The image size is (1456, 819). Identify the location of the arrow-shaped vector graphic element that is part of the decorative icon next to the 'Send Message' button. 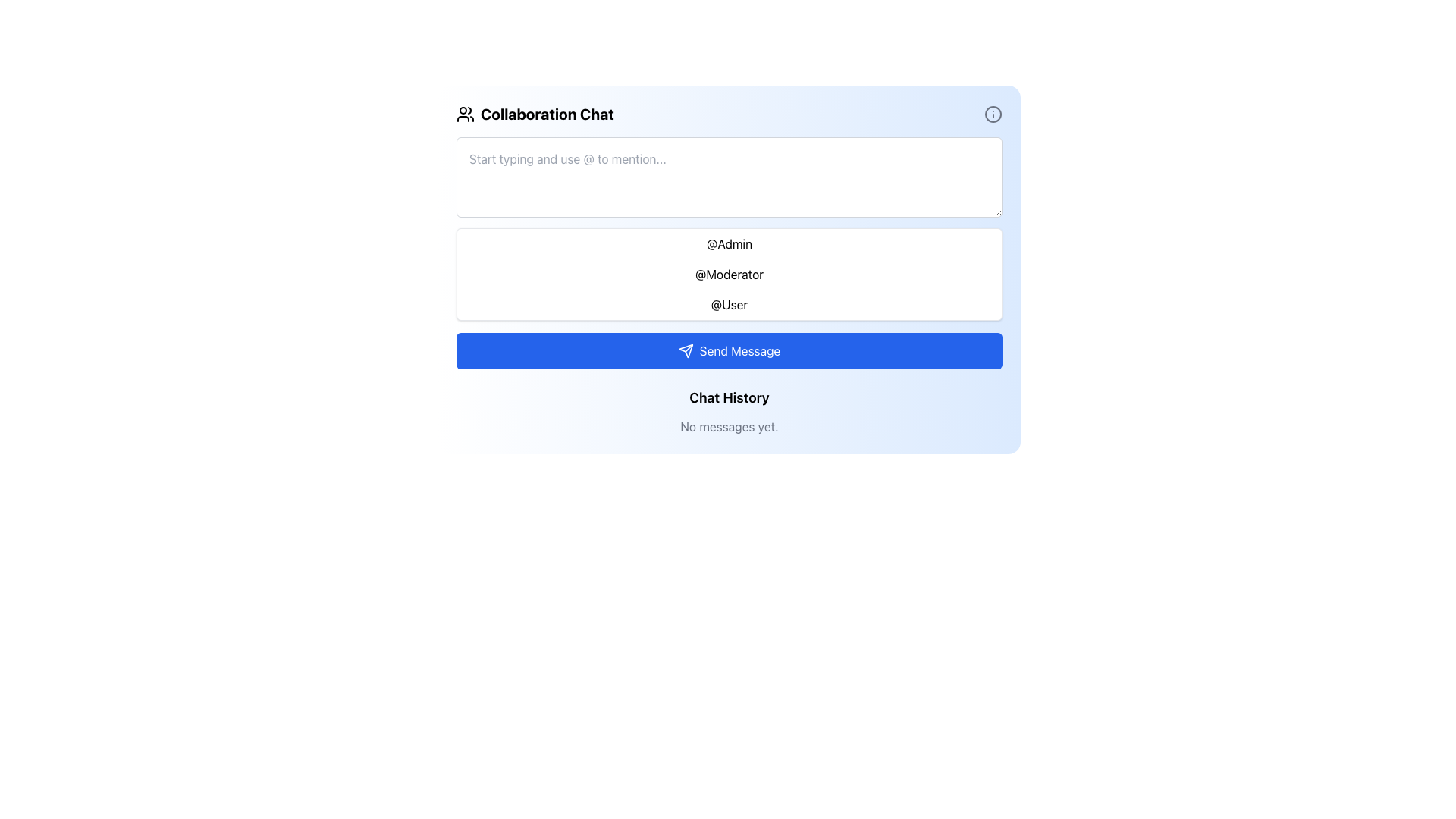
(685, 350).